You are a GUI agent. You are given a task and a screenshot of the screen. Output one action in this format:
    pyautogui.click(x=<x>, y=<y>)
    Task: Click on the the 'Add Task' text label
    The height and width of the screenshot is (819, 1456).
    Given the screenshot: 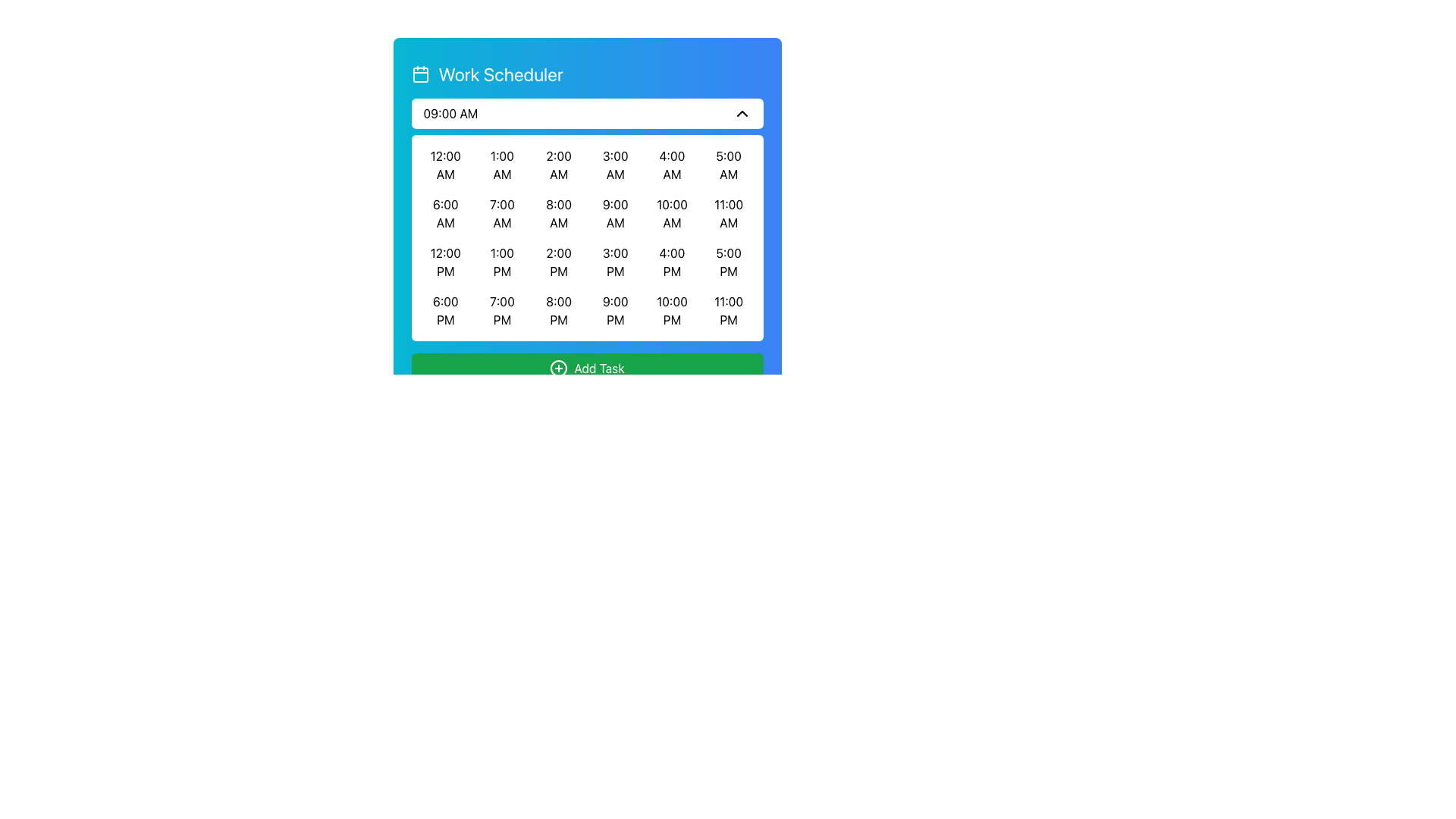 What is the action you would take?
    pyautogui.click(x=598, y=369)
    